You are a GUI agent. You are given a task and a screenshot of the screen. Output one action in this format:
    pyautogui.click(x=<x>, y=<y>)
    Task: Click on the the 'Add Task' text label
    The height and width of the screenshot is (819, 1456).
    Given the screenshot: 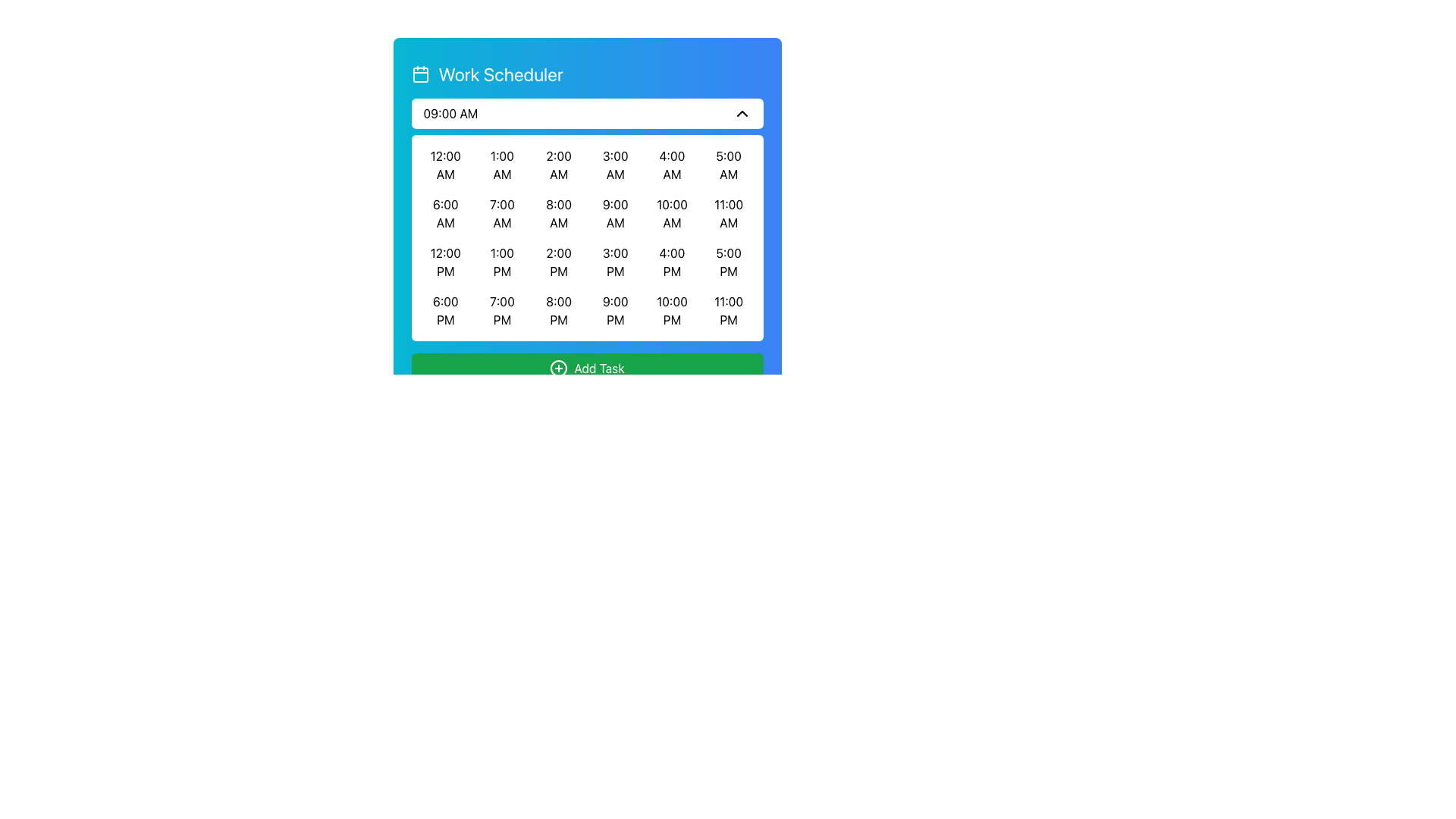 What is the action you would take?
    pyautogui.click(x=598, y=369)
    